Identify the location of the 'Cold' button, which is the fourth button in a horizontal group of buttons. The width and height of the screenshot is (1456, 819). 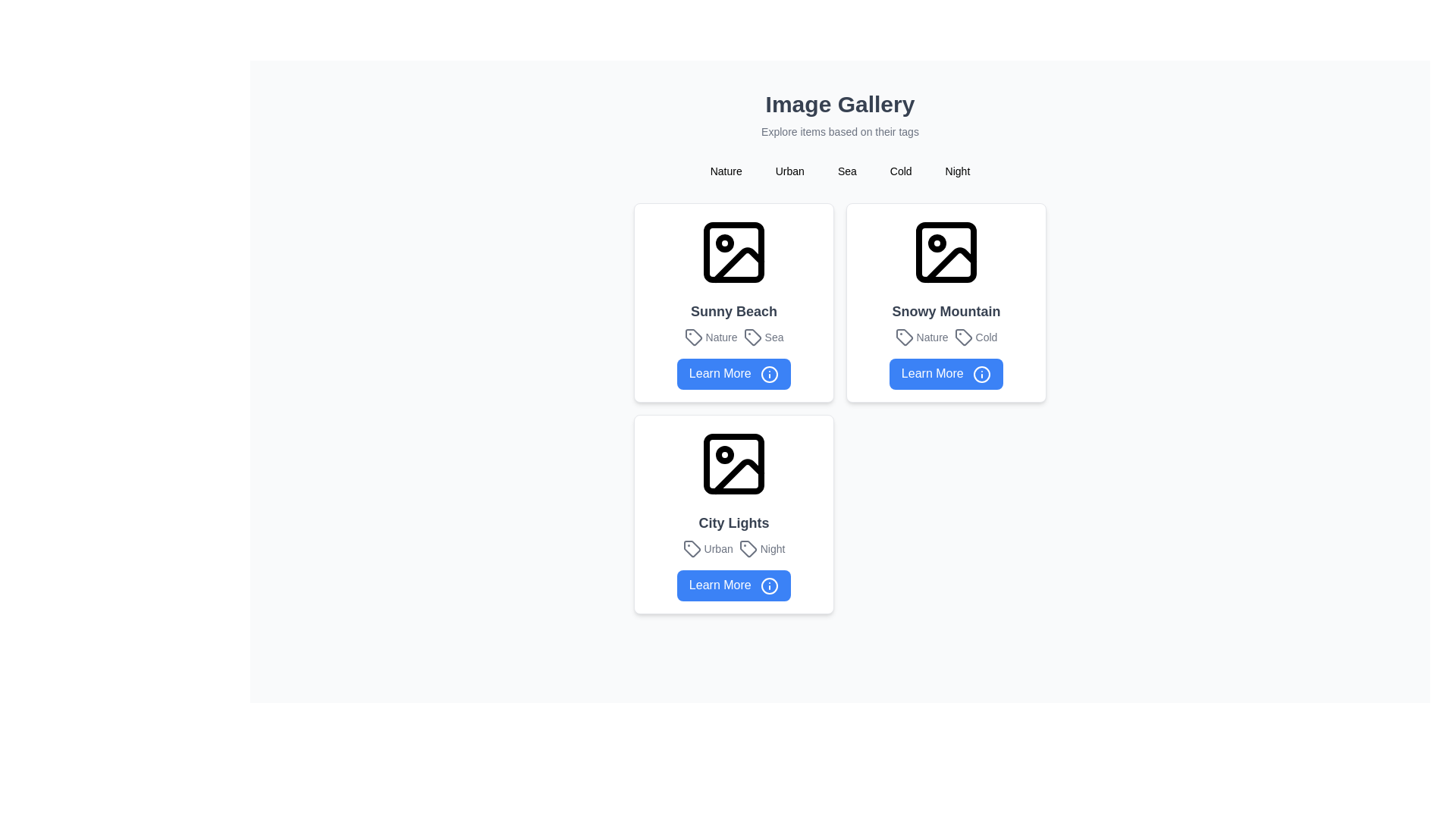
(901, 171).